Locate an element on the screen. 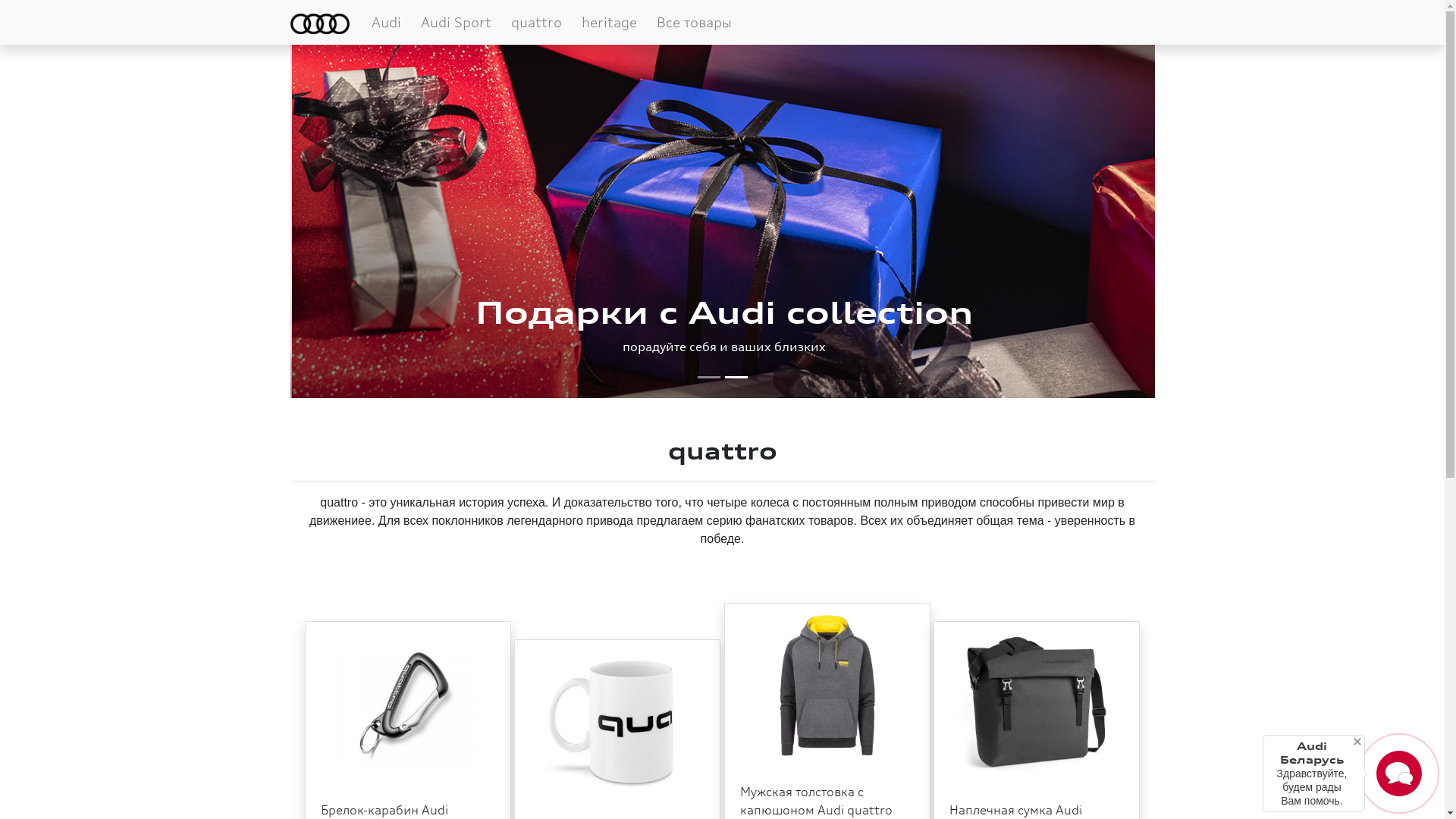 Image resolution: width=1456 pixels, height=819 pixels. 'Audi' is located at coordinates (365, 22).